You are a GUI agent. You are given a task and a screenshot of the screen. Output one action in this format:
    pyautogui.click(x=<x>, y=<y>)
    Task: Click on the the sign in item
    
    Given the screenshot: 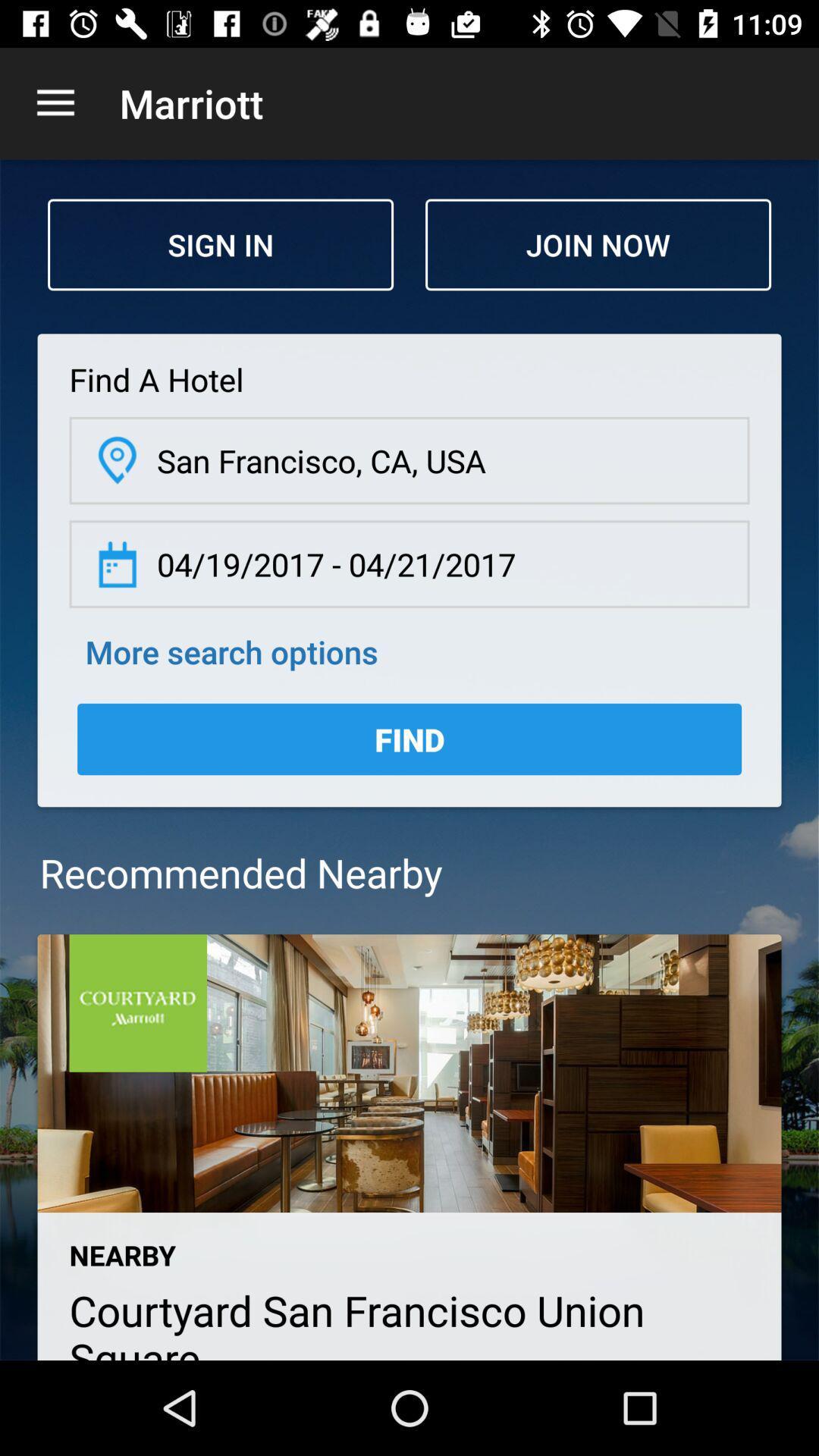 What is the action you would take?
    pyautogui.click(x=220, y=244)
    